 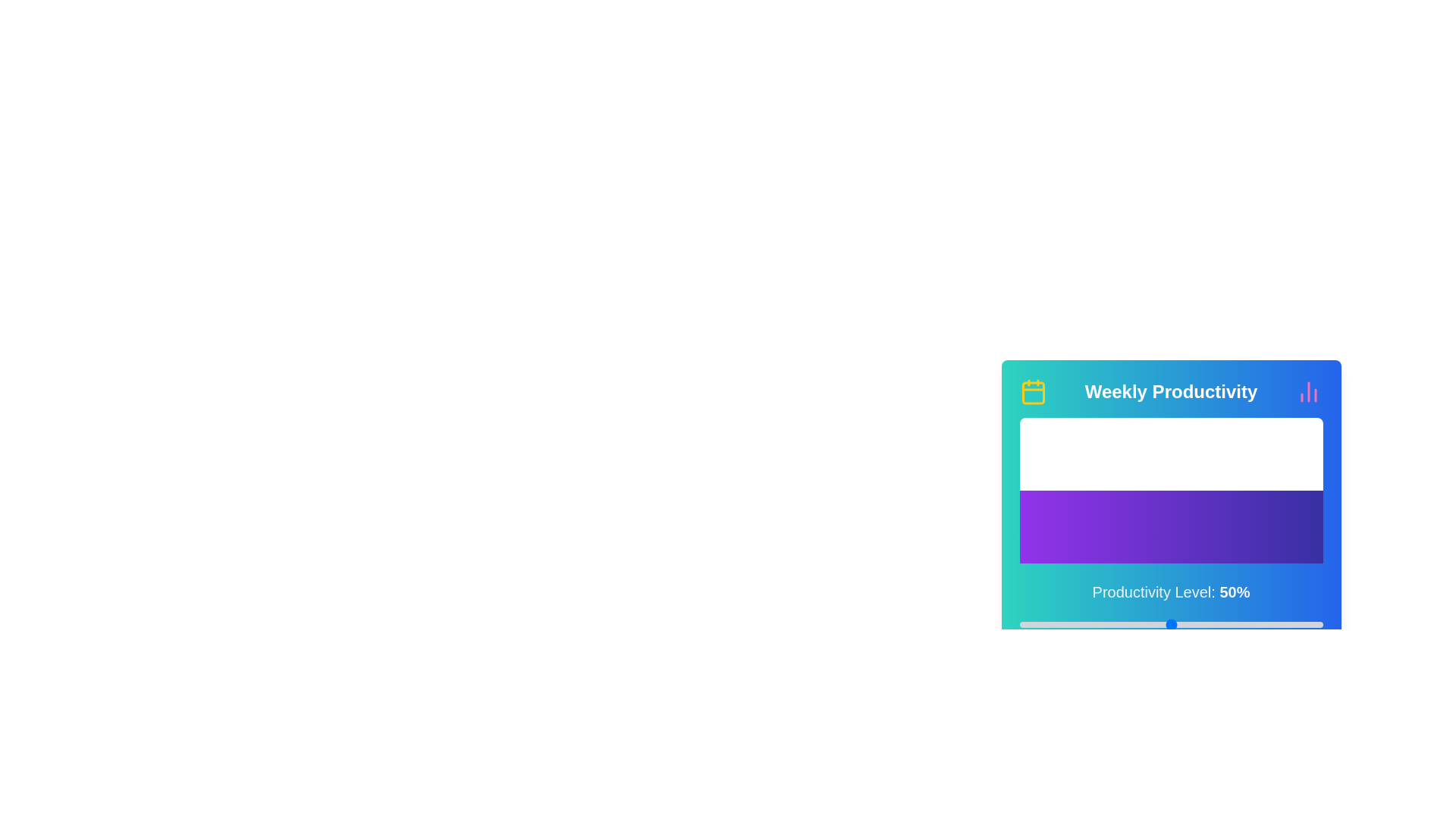 What do you see at coordinates (1316, 625) in the screenshot?
I see `the productivity slider to 98%` at bounding box center [1316, 625].